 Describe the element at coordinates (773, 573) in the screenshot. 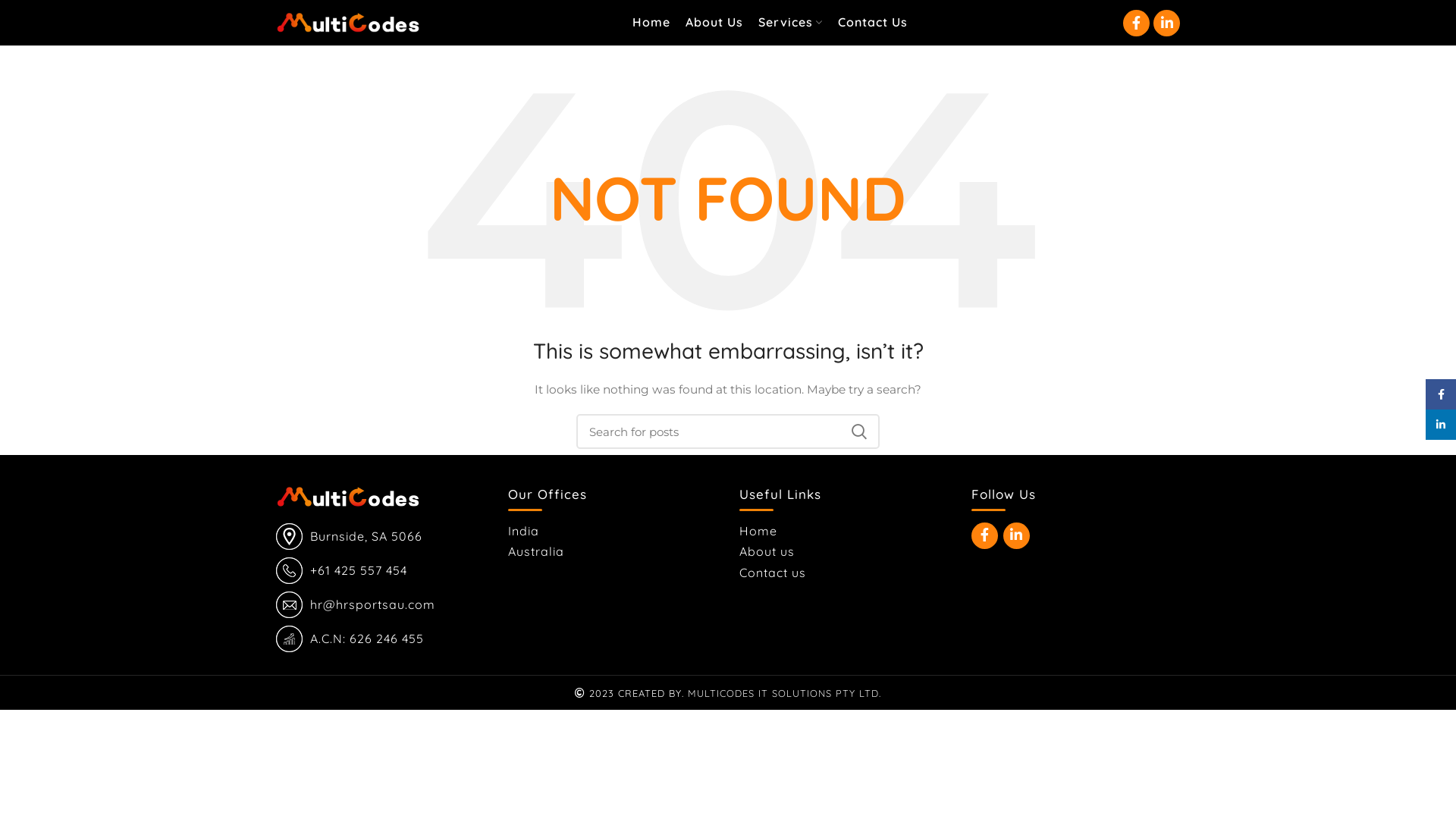

I see `'Contact us'` at that location.